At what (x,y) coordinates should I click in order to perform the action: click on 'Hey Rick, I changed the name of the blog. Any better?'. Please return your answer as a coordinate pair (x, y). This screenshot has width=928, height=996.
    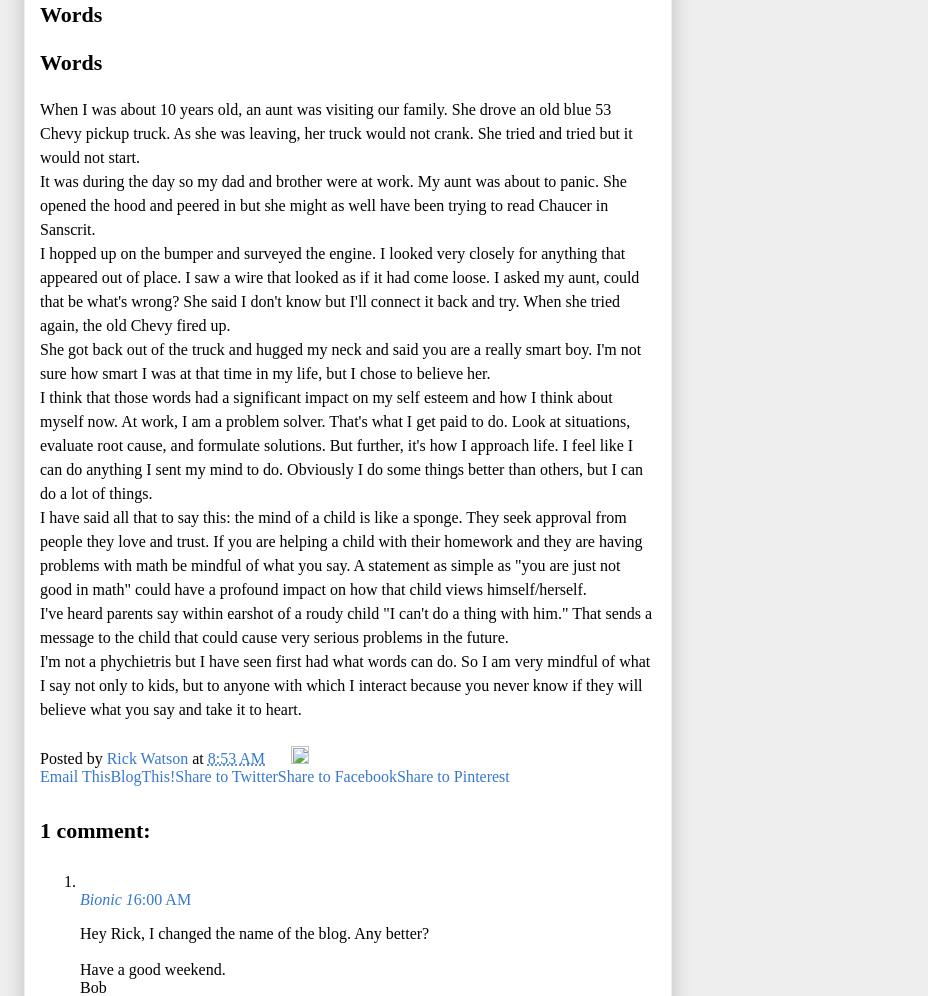
    Looking at the image, I should click on (253, 933).